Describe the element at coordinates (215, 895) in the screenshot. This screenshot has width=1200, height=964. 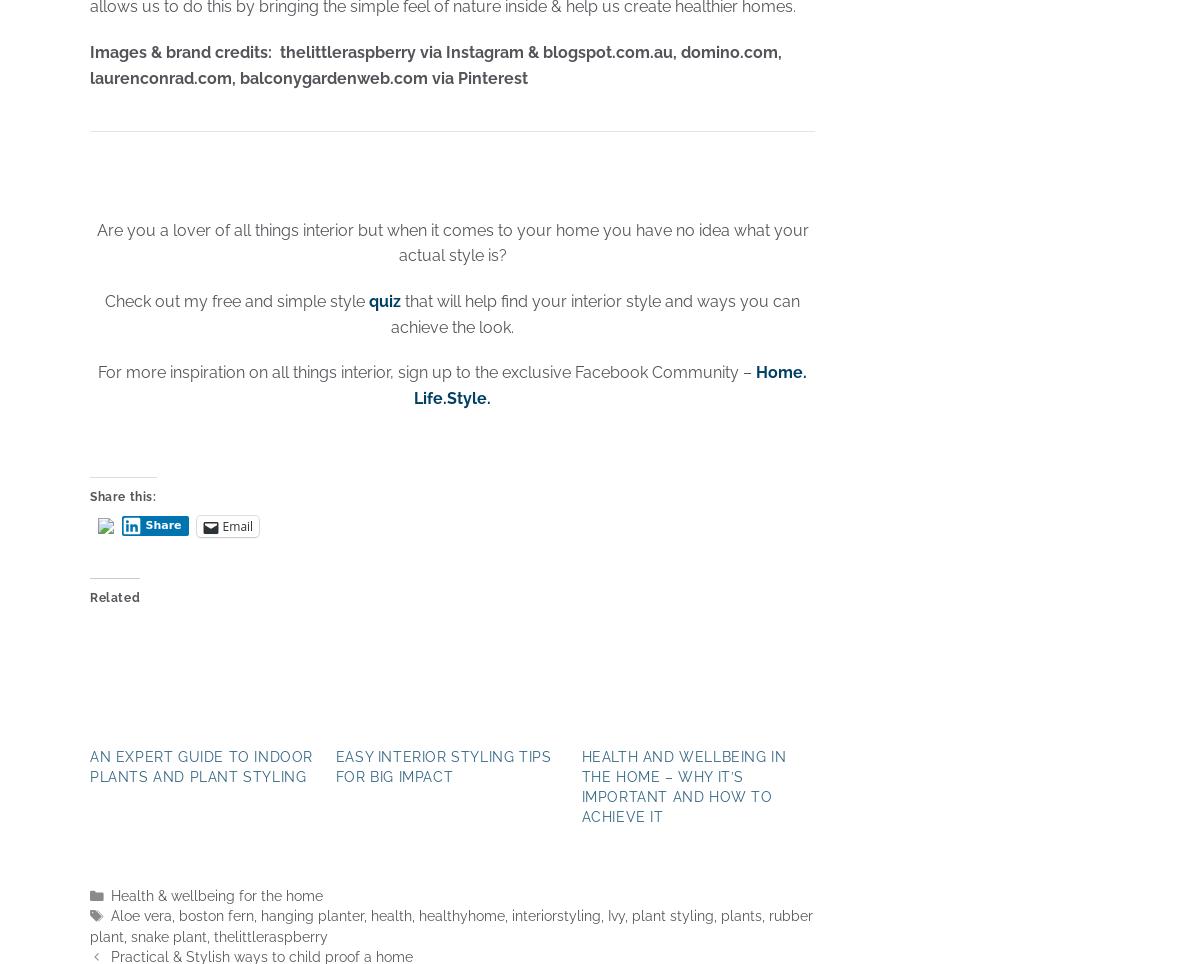
I see `'Health & wellbeing for the home'` at that location.